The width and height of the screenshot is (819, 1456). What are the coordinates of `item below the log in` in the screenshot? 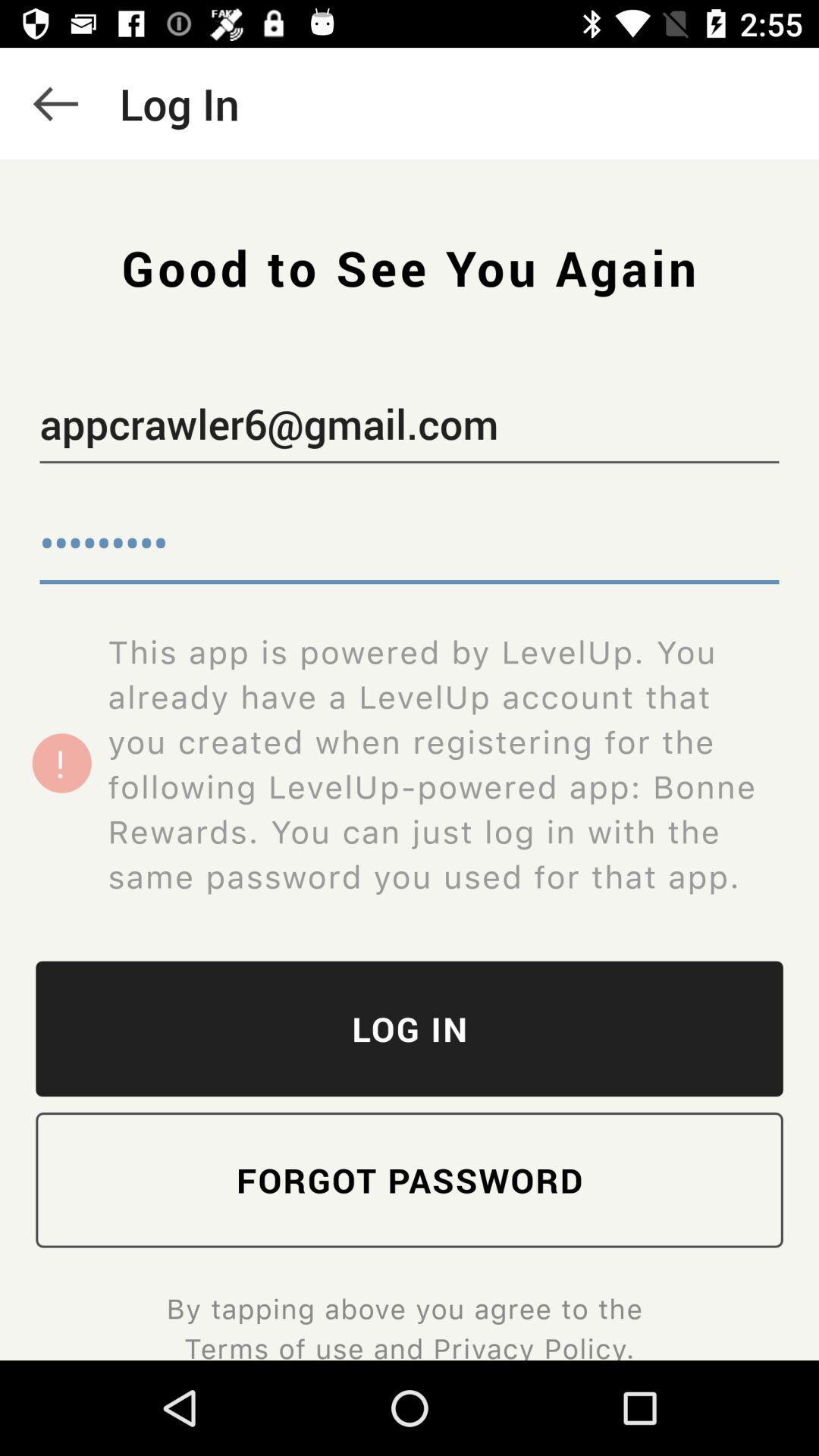 It's located at (409, 1179).